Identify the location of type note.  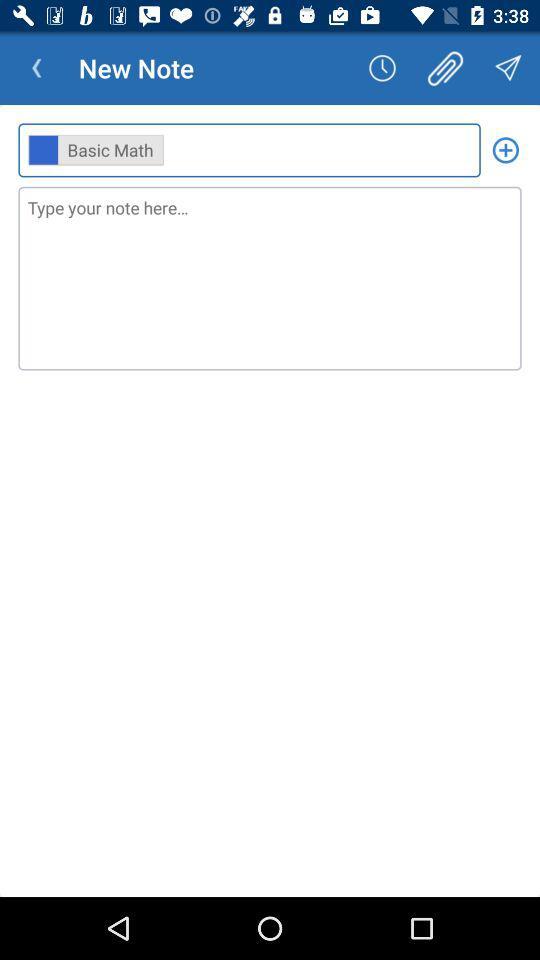
(270, 277).